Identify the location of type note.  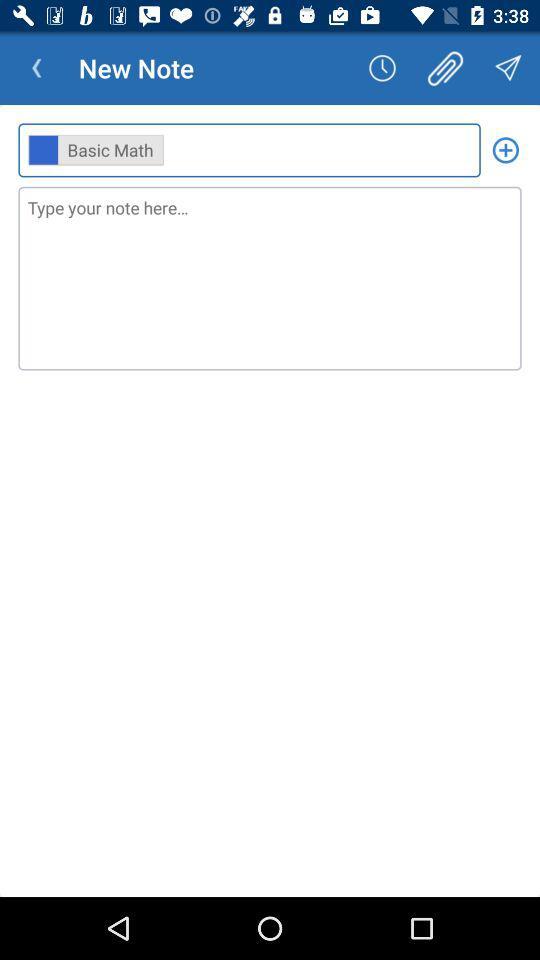
(270, 277).